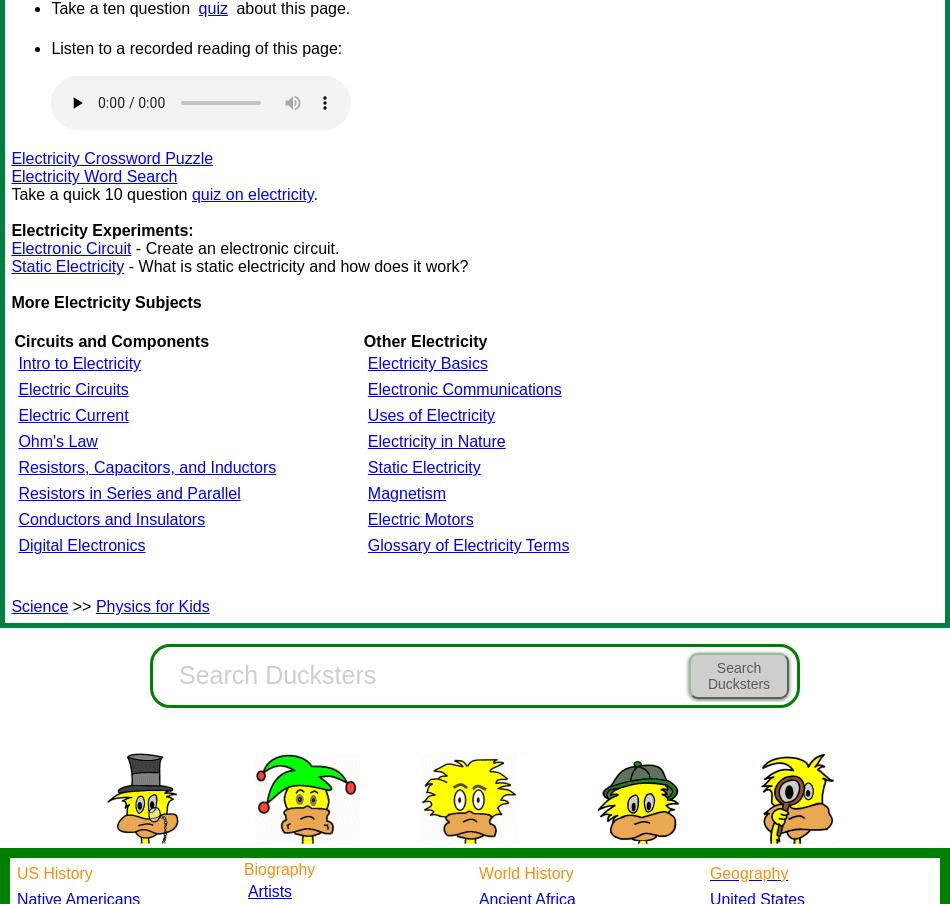  What do you see at coordinates (11, 176) in the screenshot?
I see `'Electricity Word Search'` at bounding box center [11, 176].